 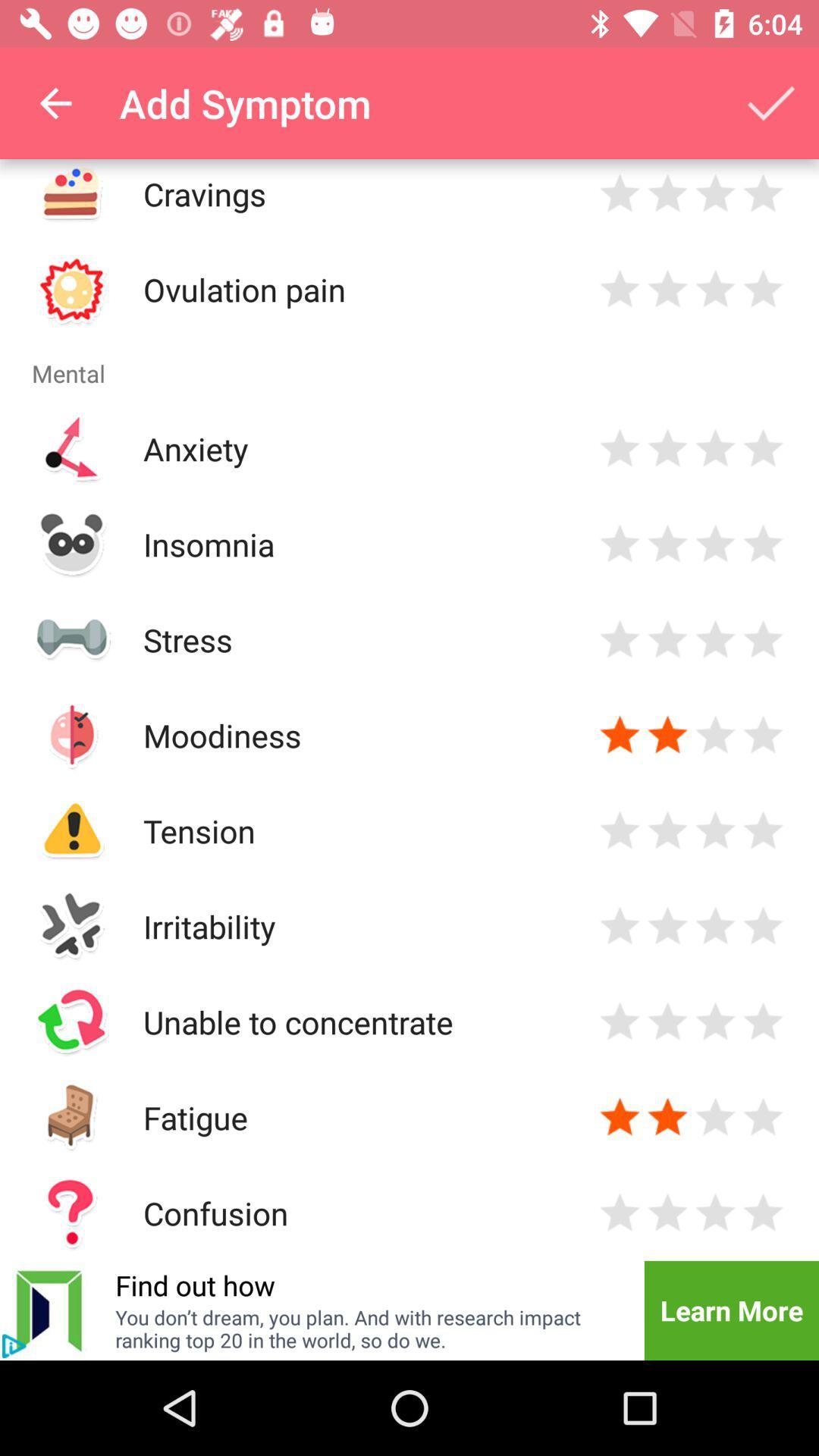 I want to click on icon to the left of the find out how, so click(x=49, y=1310).